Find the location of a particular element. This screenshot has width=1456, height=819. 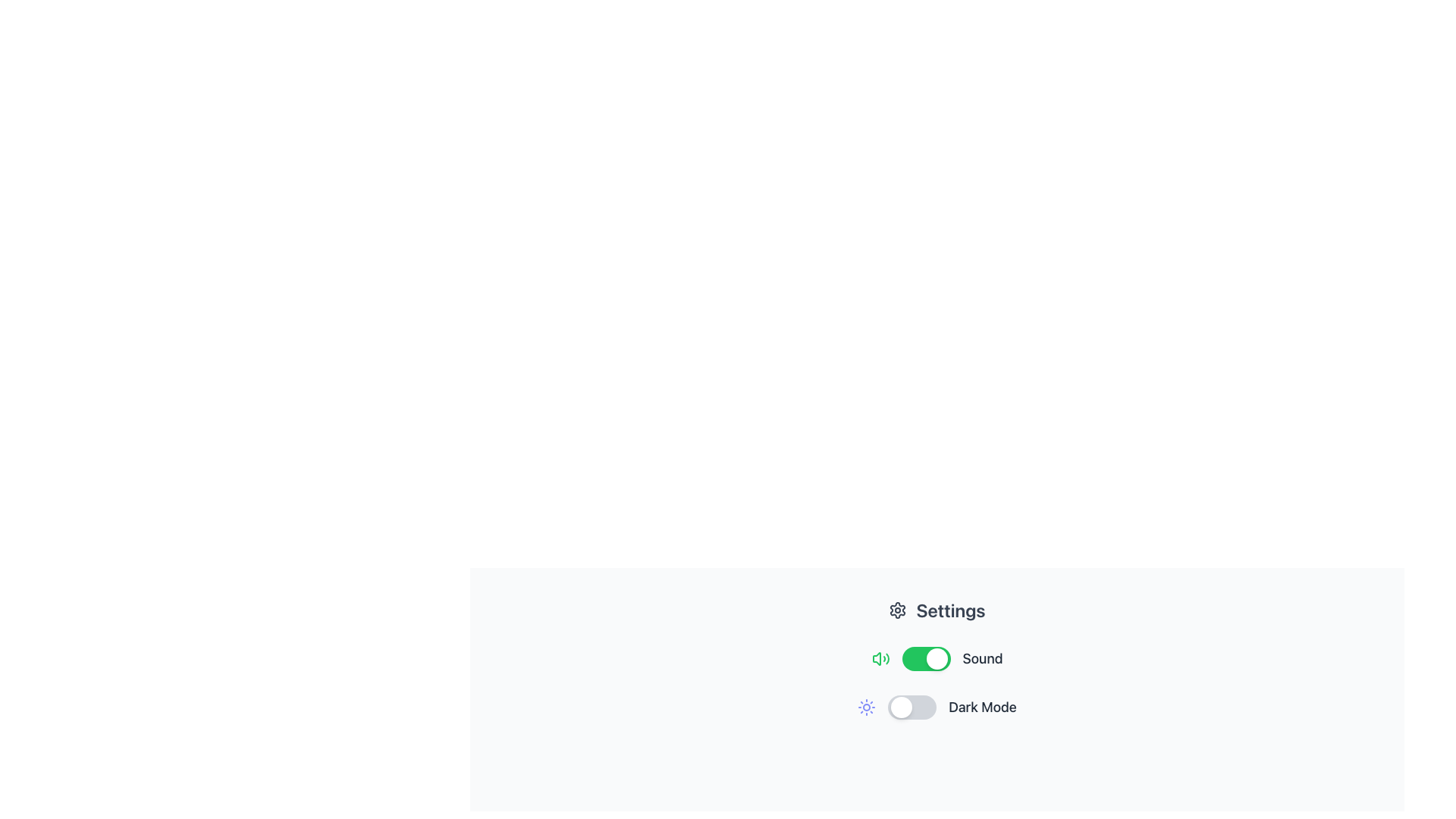

the circular, white-colored toggle handle within the green 'Sound' toggle switch from the active position is located at coordinates (936, 657).